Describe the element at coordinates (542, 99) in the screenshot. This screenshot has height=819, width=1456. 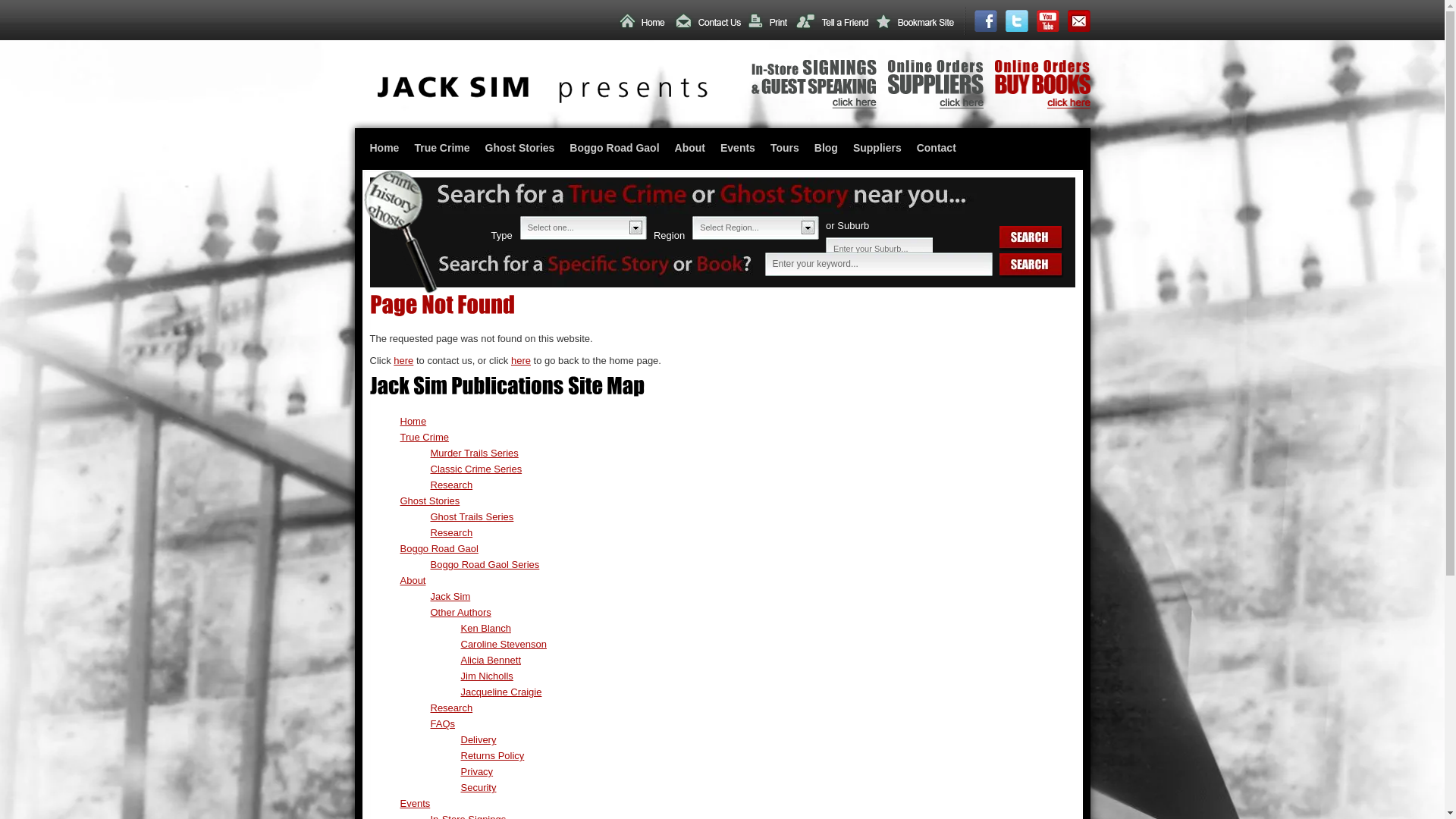
I see `'Jack Sim Presents'` at that location.